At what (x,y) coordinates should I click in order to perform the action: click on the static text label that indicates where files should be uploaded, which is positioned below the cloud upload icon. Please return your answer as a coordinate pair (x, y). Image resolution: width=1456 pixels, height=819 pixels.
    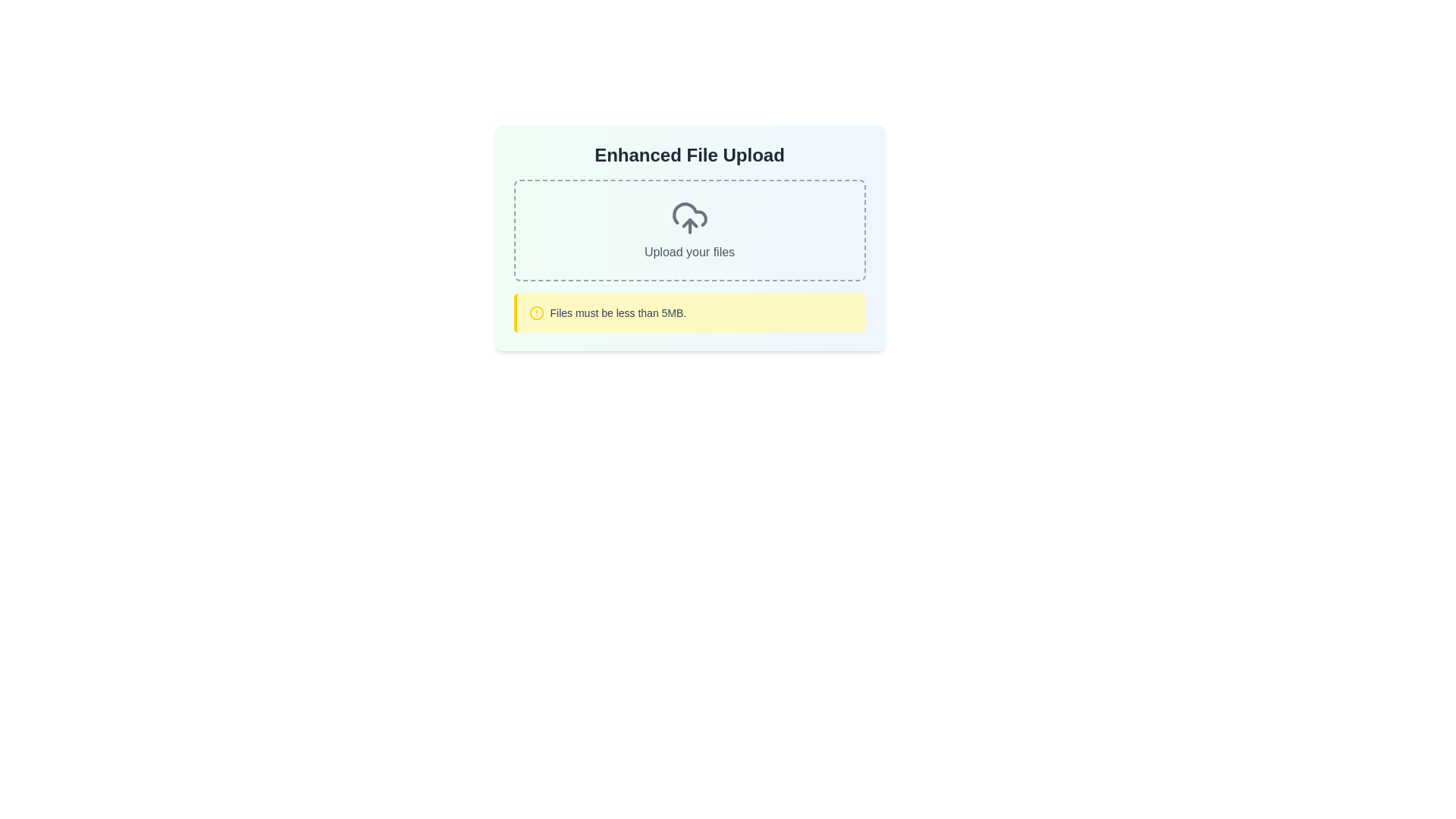
    Looking at the image, I should click on (689, 251).